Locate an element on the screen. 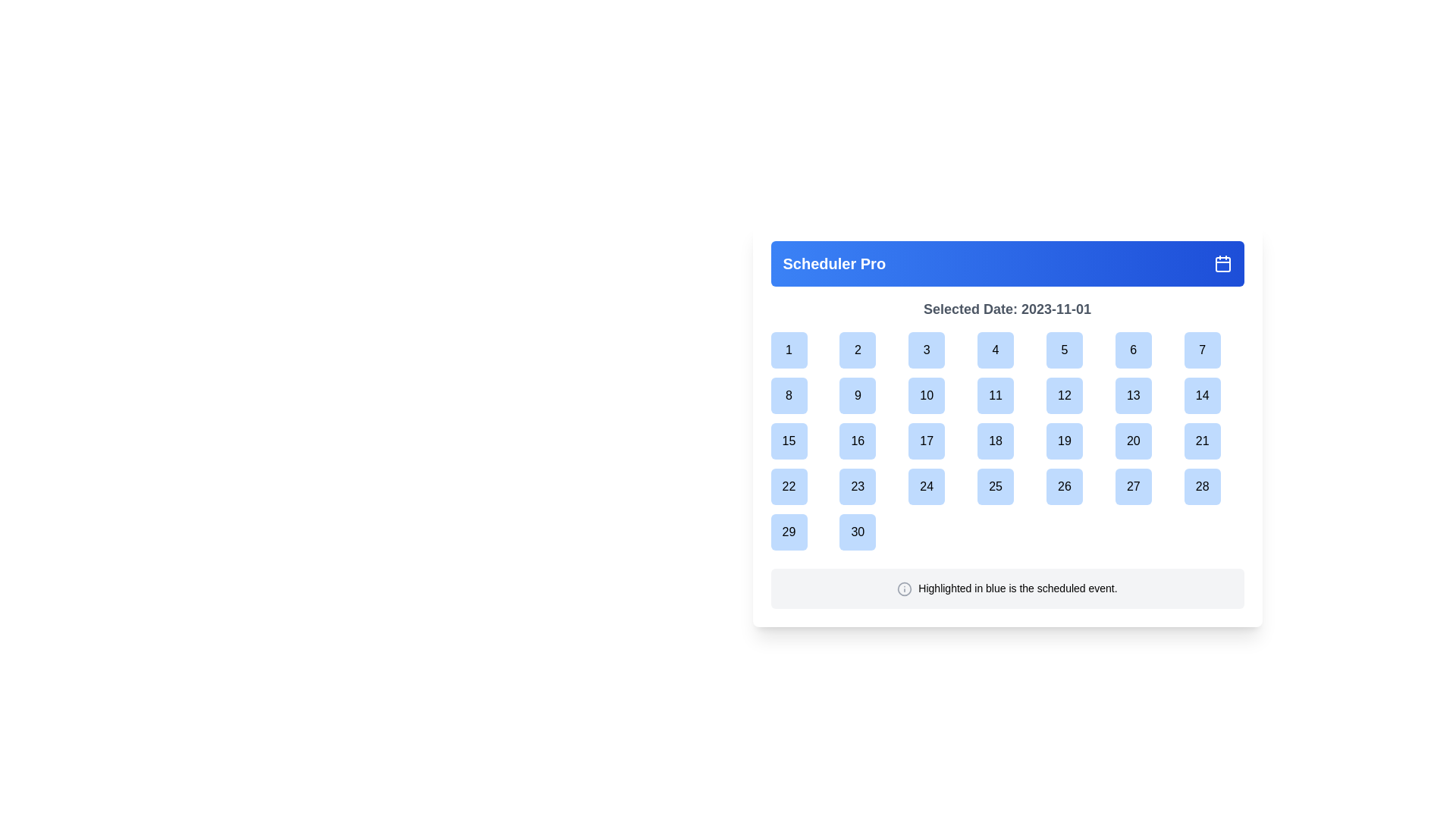 Image resolution: width=1456 pixels, height=819 pixels. the blue square button with rounded corners containing the number '2' is located at coordinates (869, 350).